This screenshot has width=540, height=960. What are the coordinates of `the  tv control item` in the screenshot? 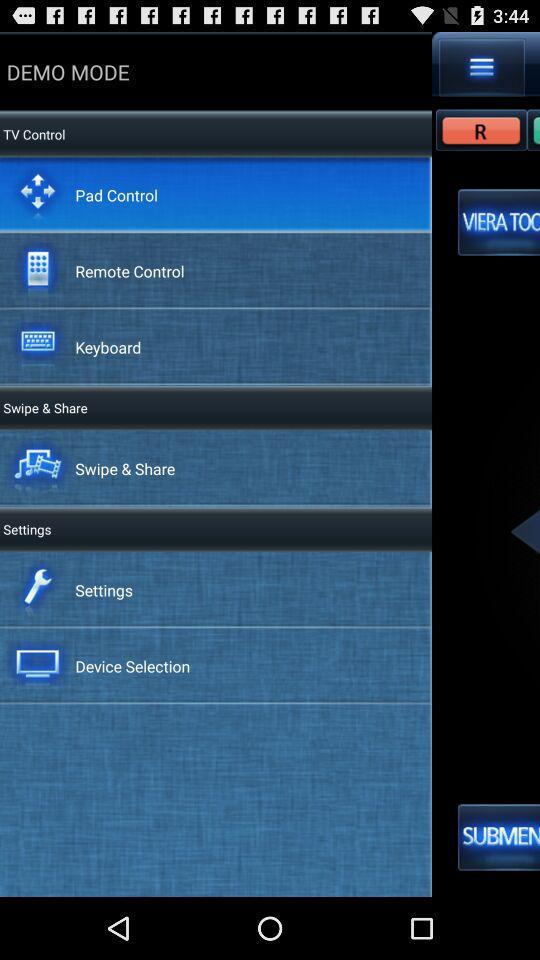 It's located at (31, 133).